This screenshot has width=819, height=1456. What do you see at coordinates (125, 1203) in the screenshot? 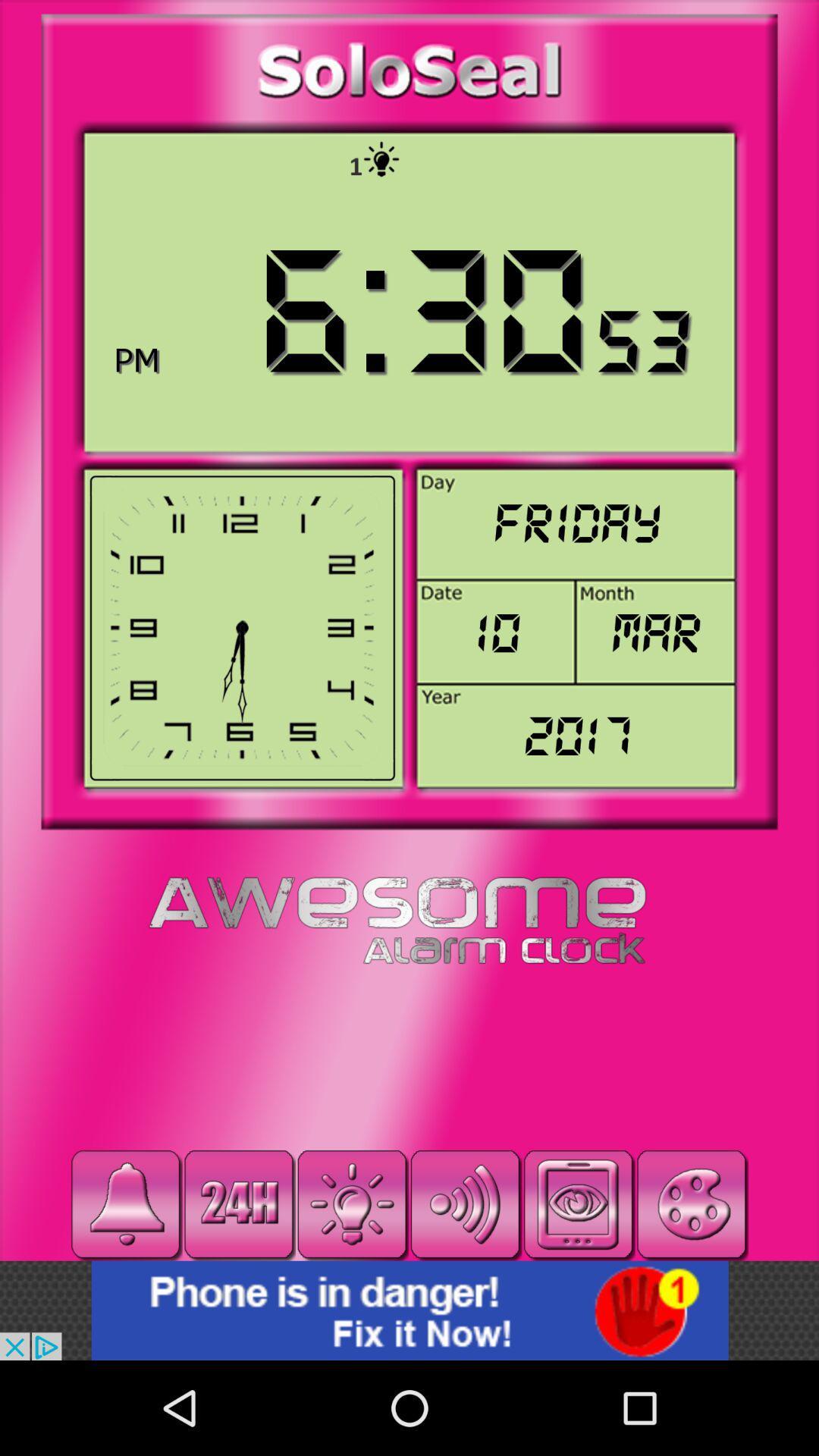
I see `an alarm` at bounding box center [125, 1203].